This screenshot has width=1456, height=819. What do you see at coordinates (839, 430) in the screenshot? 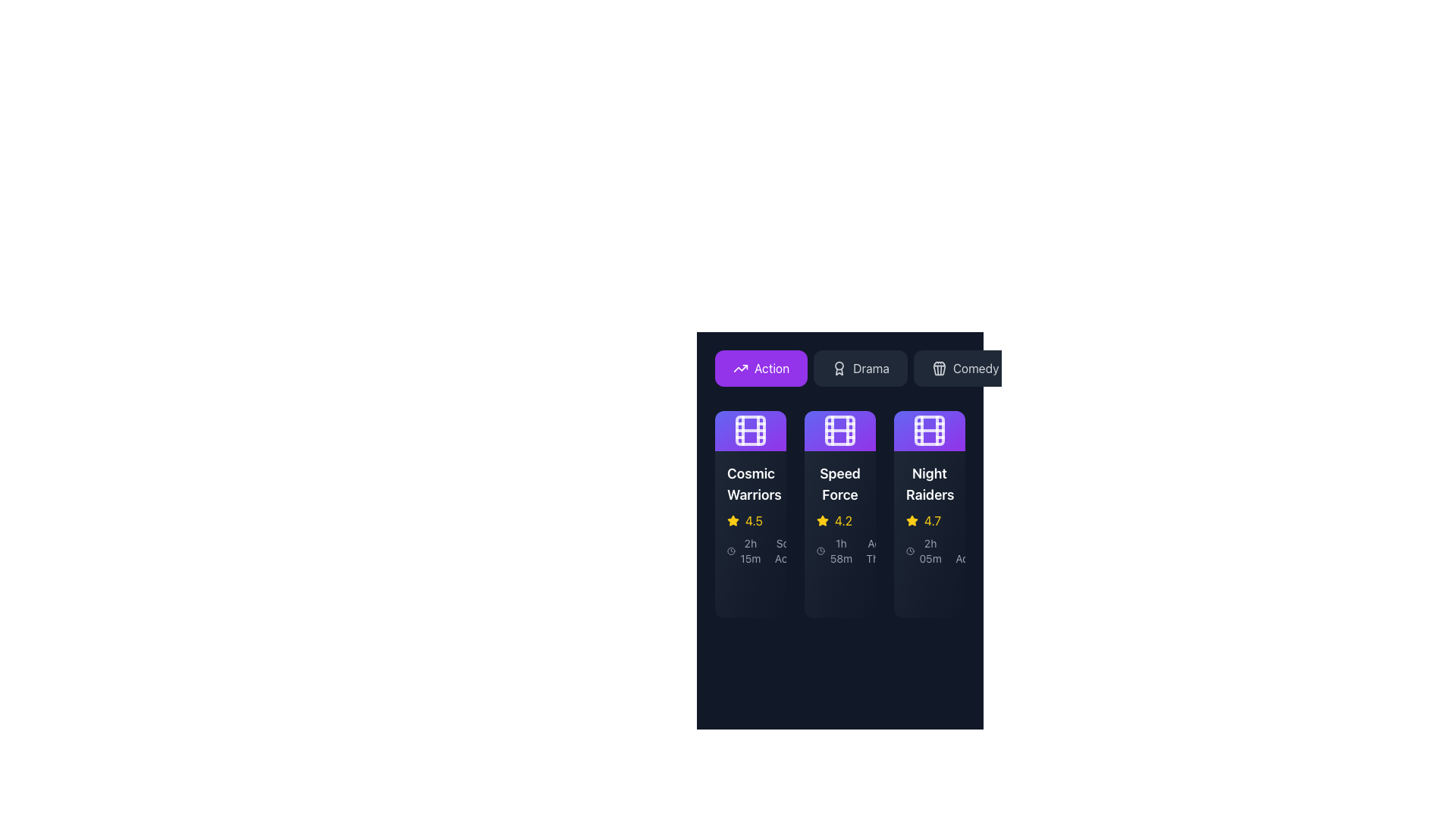
I see `the film-like icon with a rectangular shape and grid lines, which is centrally located between 'Cosmic Warriors' and 'Night Raiders' in a three-column layout of movie options` at bounding box center [839, 430].